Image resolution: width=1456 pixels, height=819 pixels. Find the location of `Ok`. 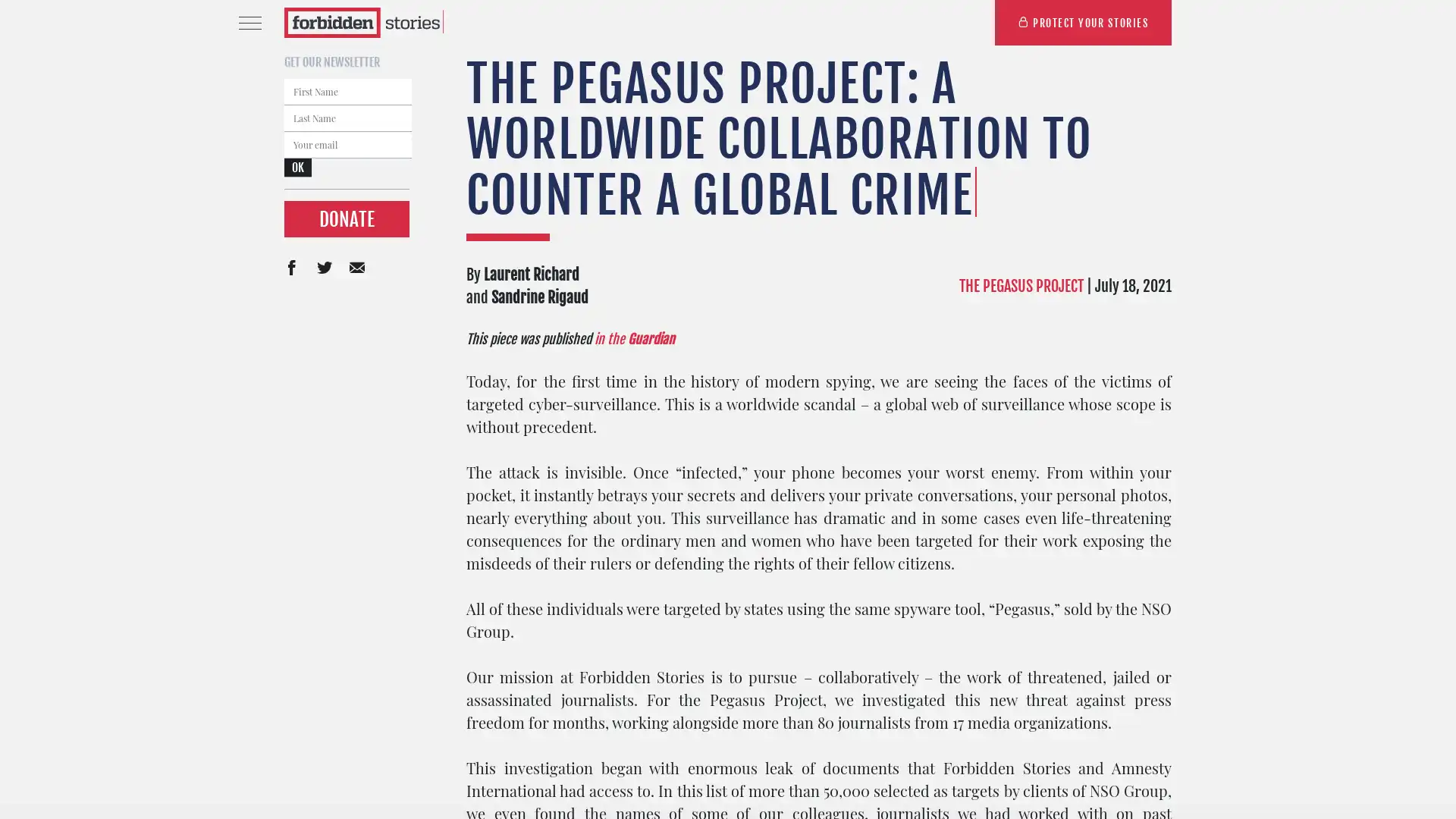

Ok is located at coordinates (298, 168).